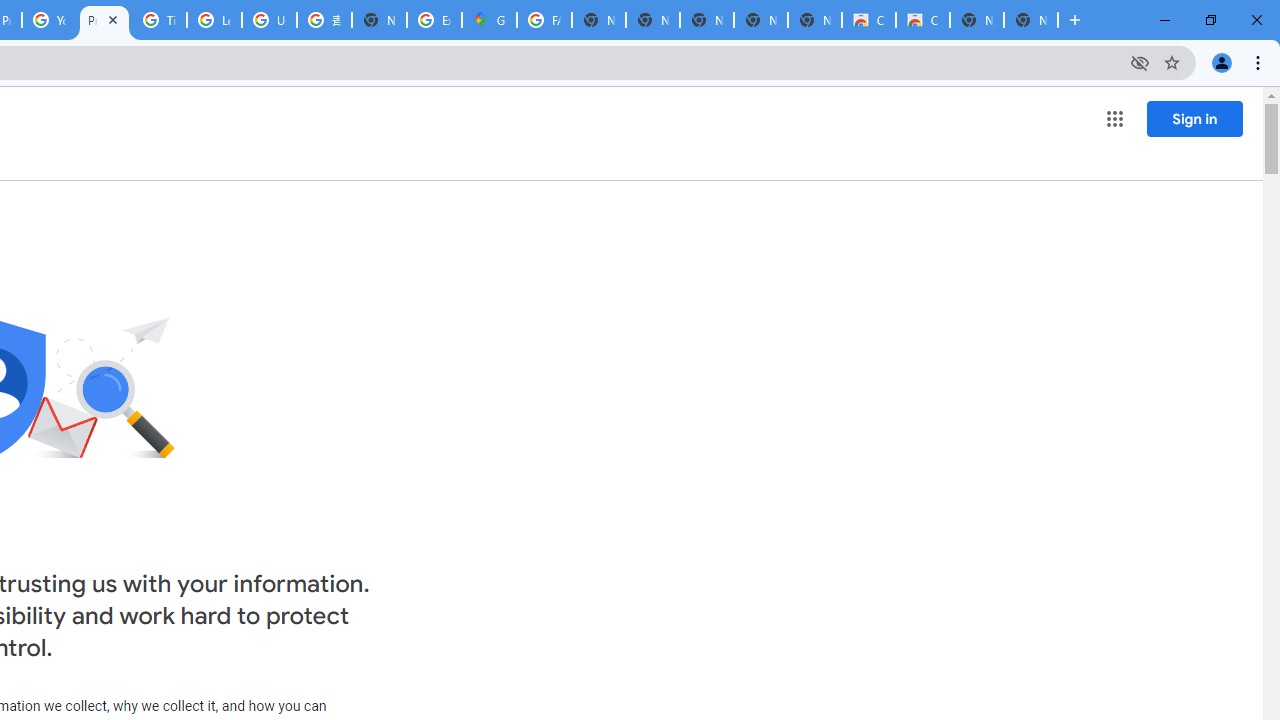  What do you see at coordinates (158, 20) in the screenshot?
I see `'Tips & tricks for Chrome - Google Chrome Help'` at bounding box center [158, 20].